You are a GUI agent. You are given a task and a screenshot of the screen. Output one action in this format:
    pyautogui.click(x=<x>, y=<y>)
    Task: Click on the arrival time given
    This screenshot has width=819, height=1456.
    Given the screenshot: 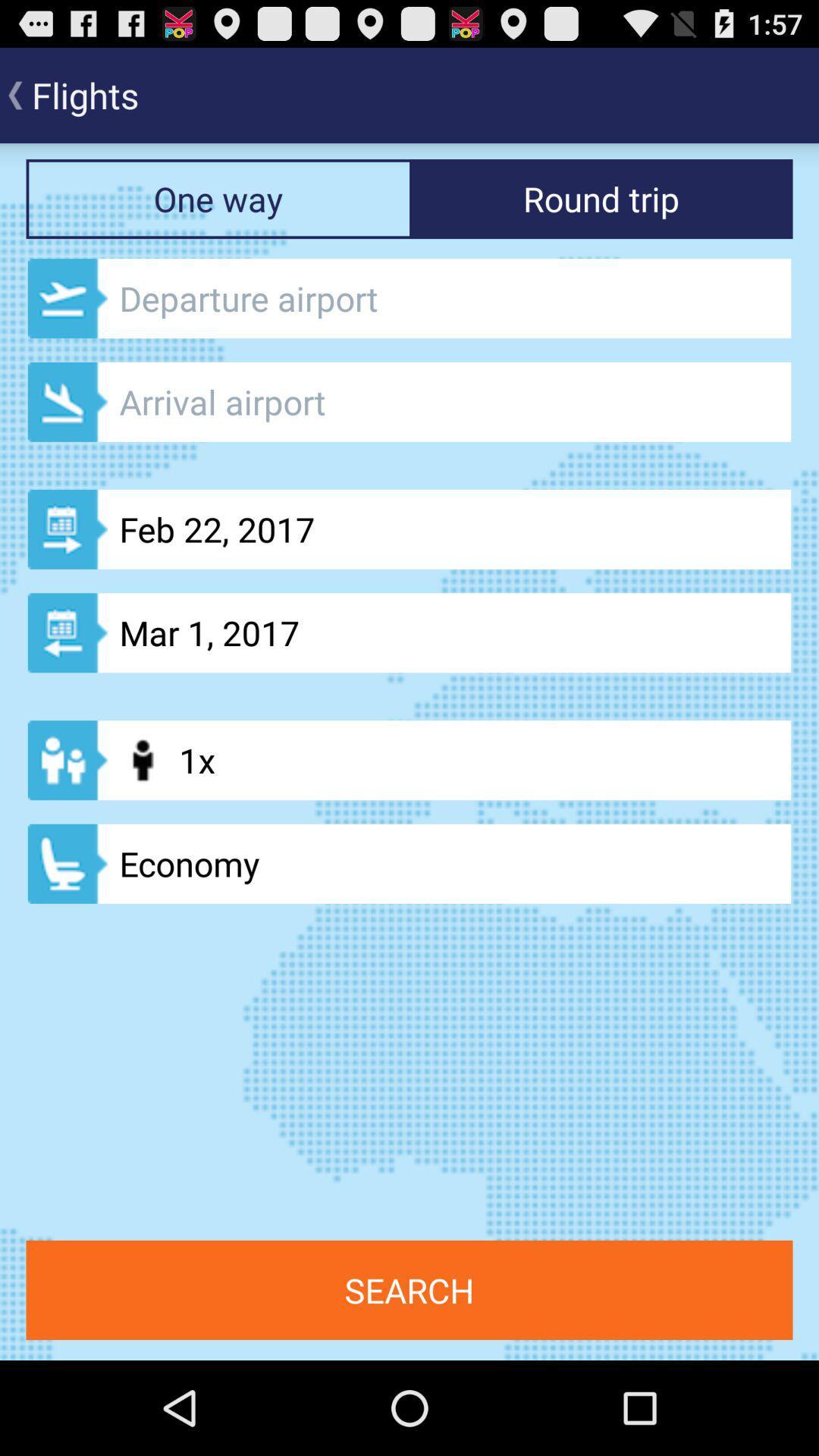 What is the action you would take?
    pyautogui.click(x=409, y=402)
    